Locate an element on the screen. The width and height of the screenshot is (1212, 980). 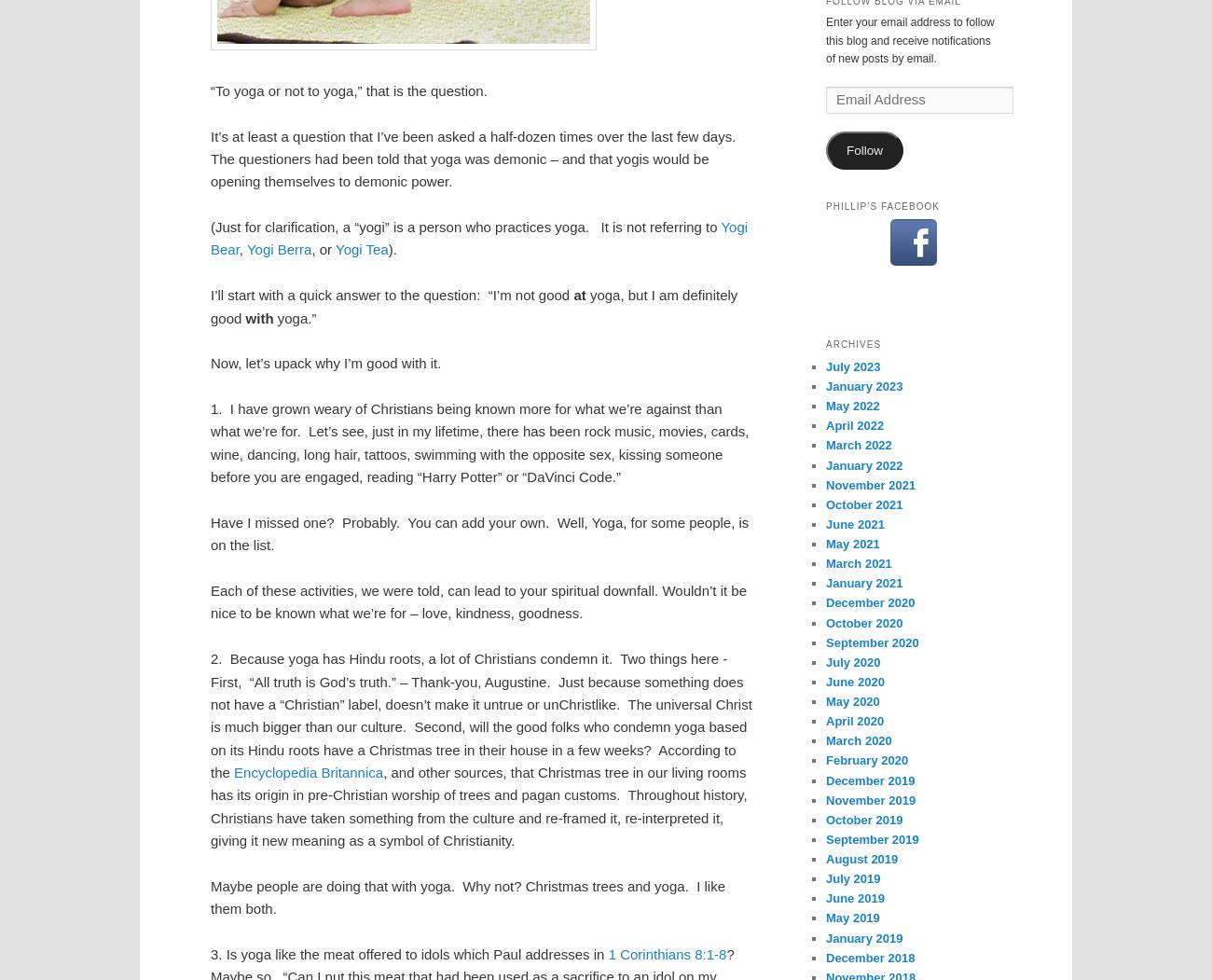
'March 2020' is located at coordinates (858, 739).